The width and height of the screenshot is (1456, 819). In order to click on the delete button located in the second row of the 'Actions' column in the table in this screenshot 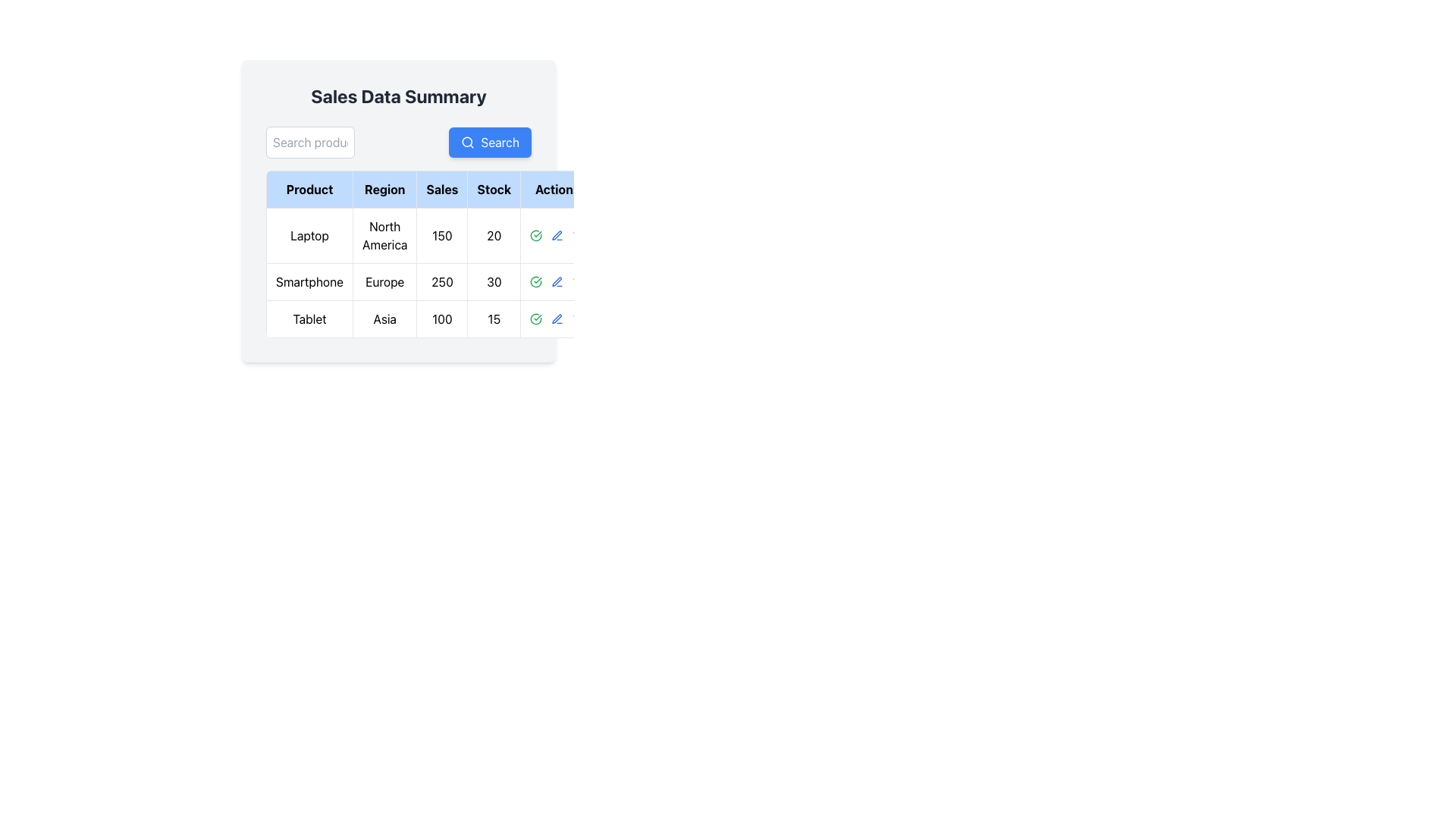, I will do `click(578, 281)`.